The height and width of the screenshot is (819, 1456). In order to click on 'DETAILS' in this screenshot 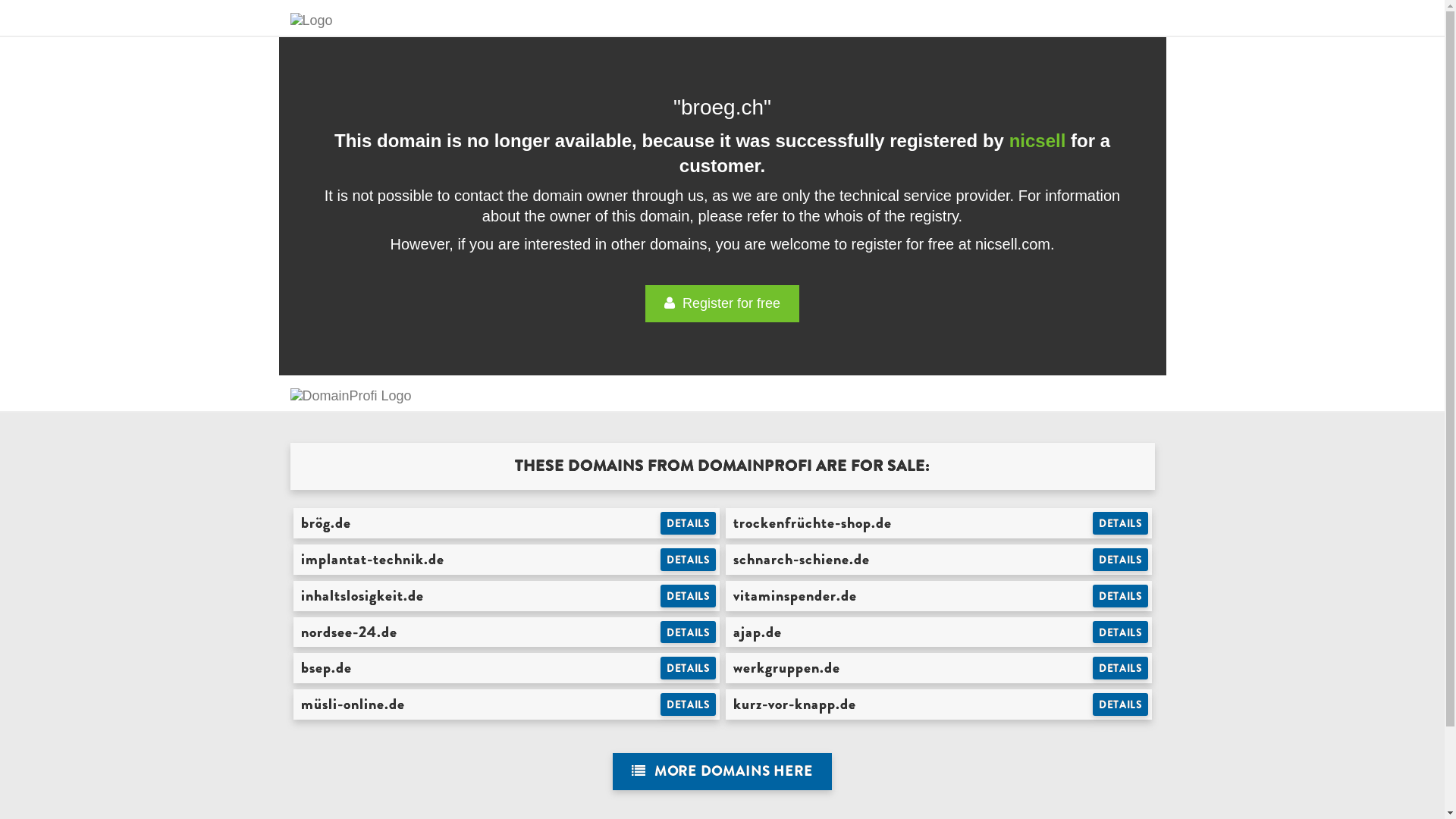, I will do `click(1120, 595)`.